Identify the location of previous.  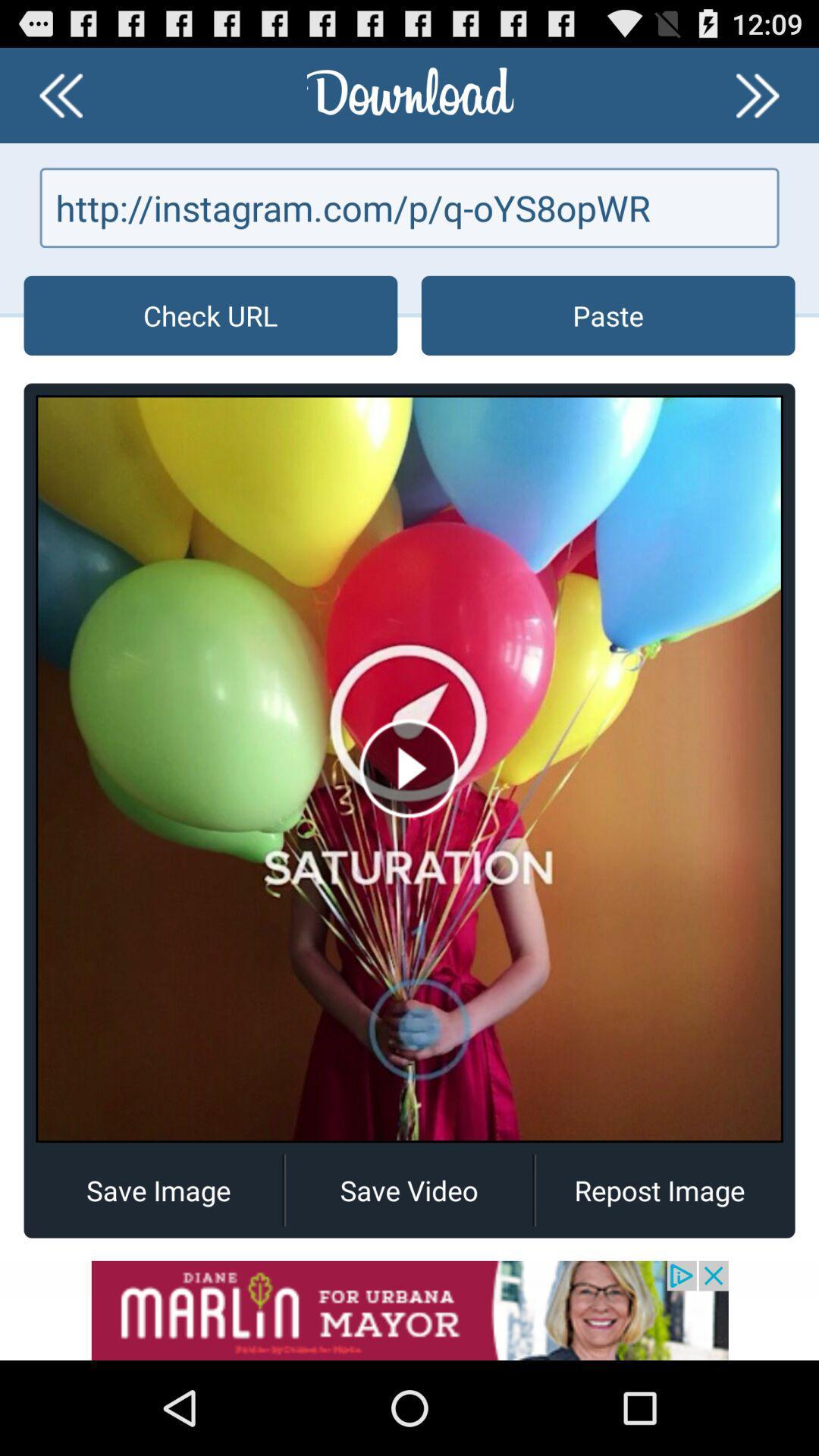
(60, 94).